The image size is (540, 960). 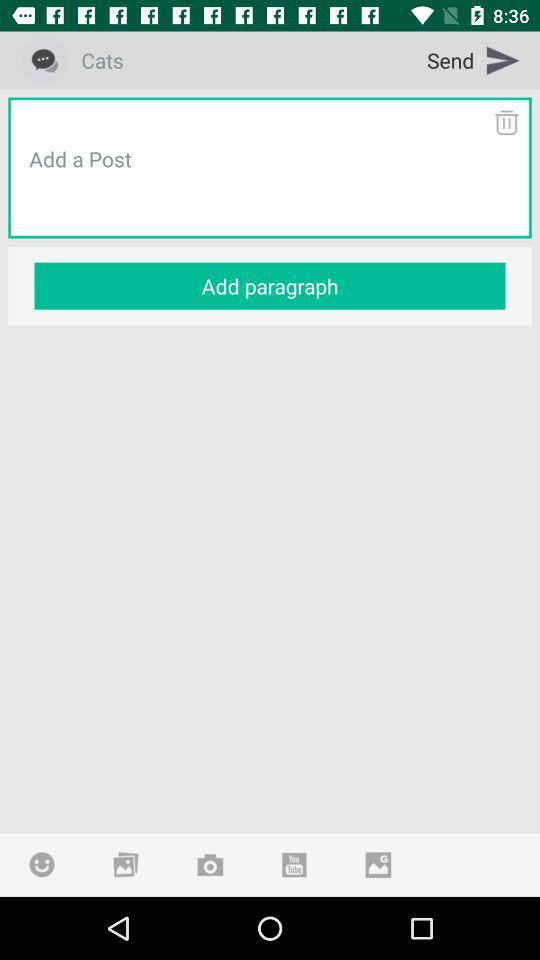 What do you see at coordinates (270, 285) in the screenshot?
I see `the add paragraph icon` at bounding box center [270, 285].